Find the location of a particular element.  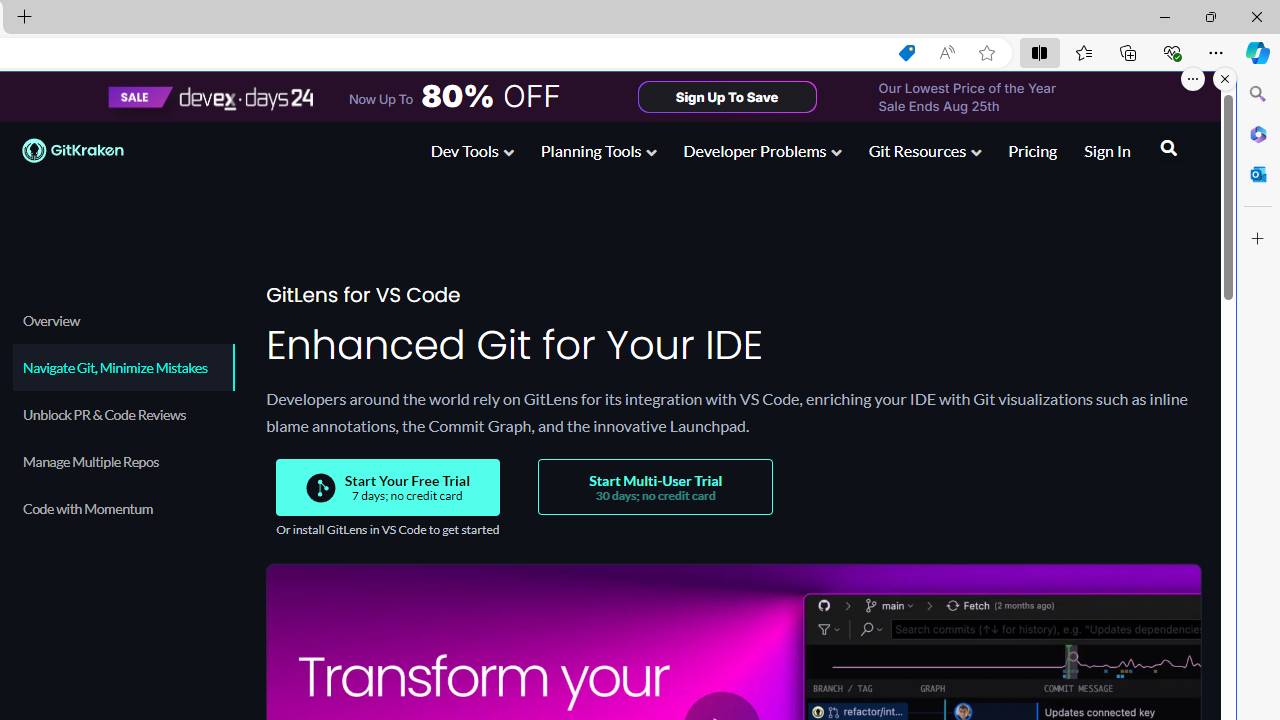

'Sign In' is located at coordinates (1106, 152).